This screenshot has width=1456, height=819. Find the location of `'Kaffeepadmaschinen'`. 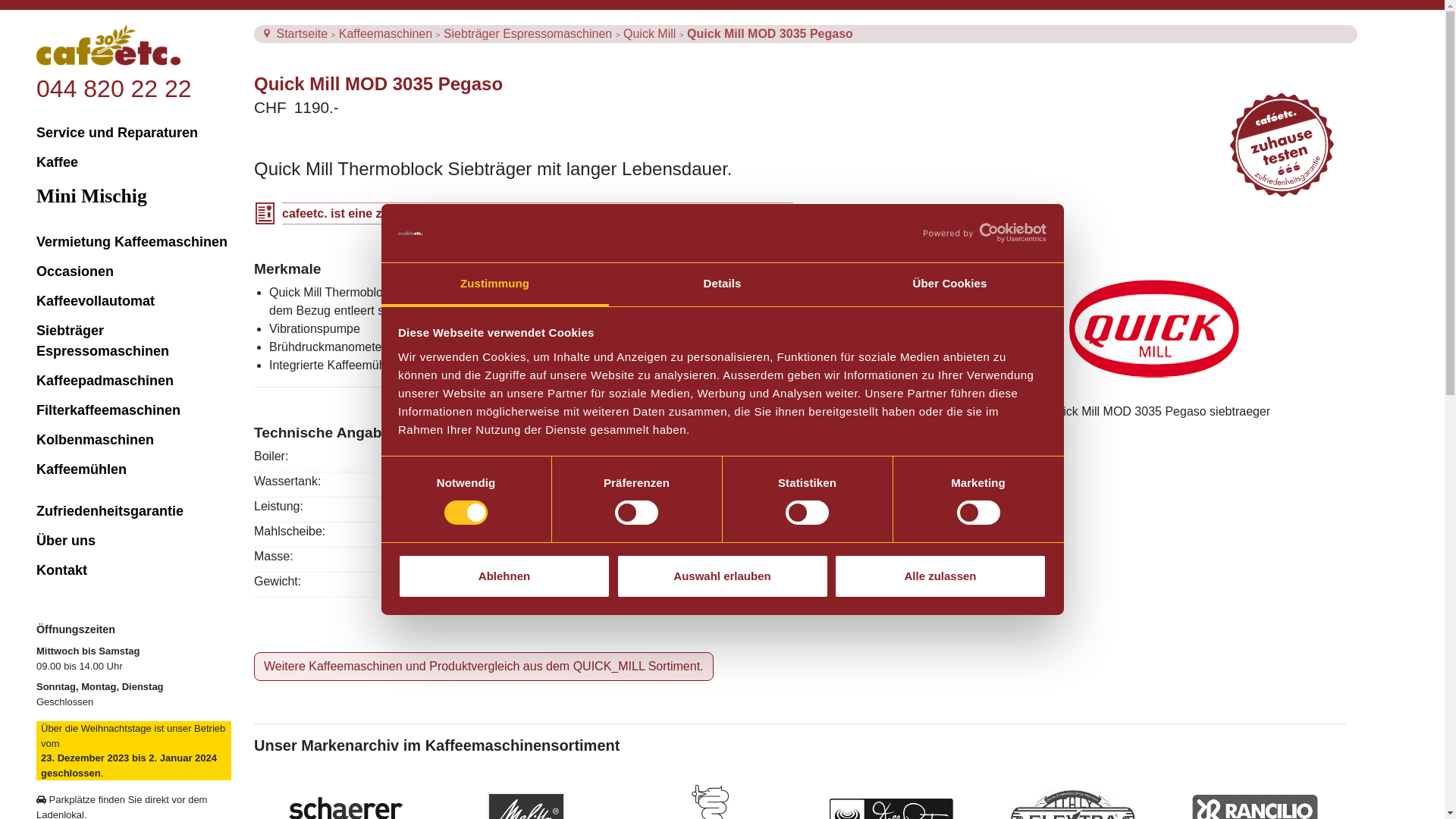

'Kaffeepadmaschinen' is located at coordinates (133, 380).